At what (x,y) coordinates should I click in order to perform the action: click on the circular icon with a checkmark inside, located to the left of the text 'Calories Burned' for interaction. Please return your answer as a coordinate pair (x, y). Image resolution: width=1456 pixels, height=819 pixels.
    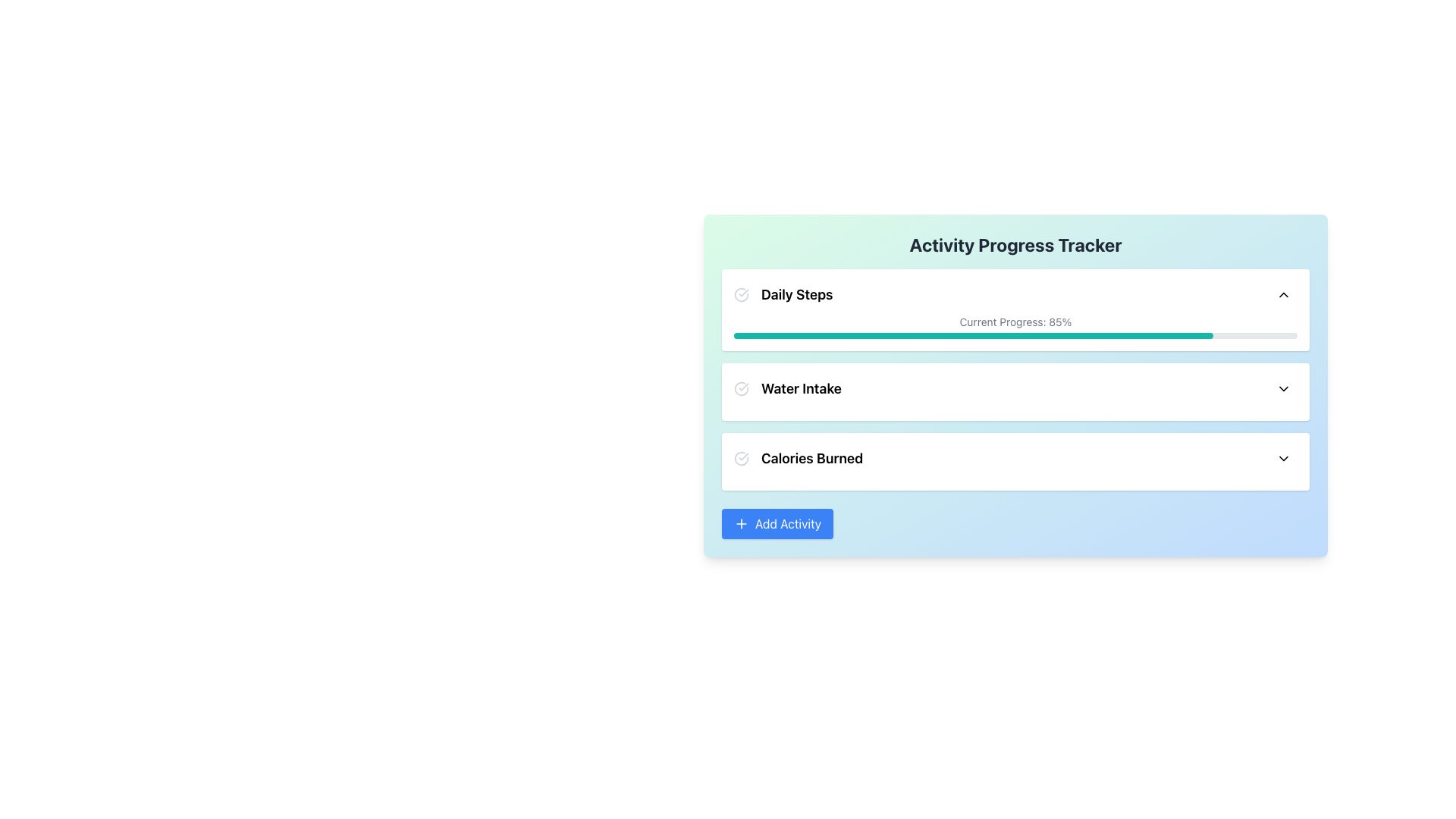
    Looking at the image, I should click on (742, 458).